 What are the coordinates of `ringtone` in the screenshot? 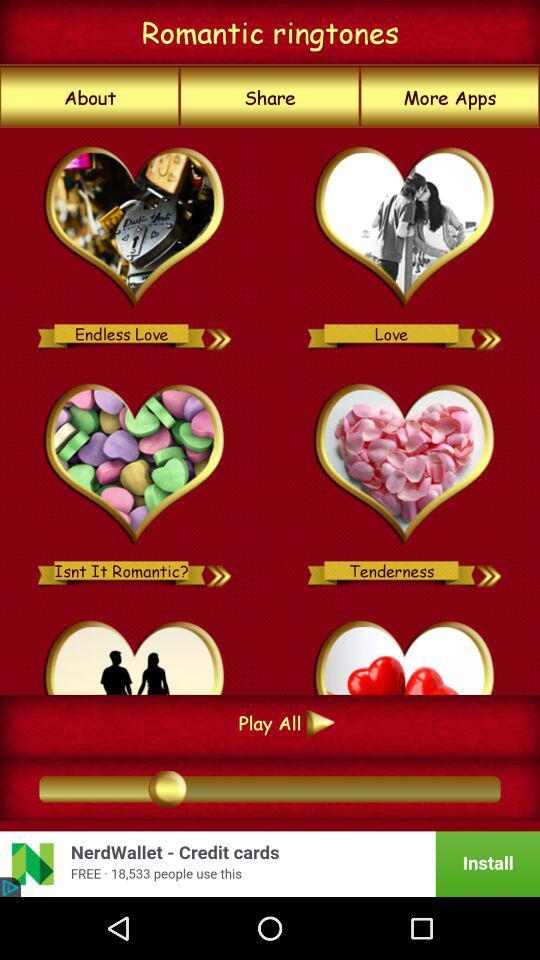 It's located at (489, 333).